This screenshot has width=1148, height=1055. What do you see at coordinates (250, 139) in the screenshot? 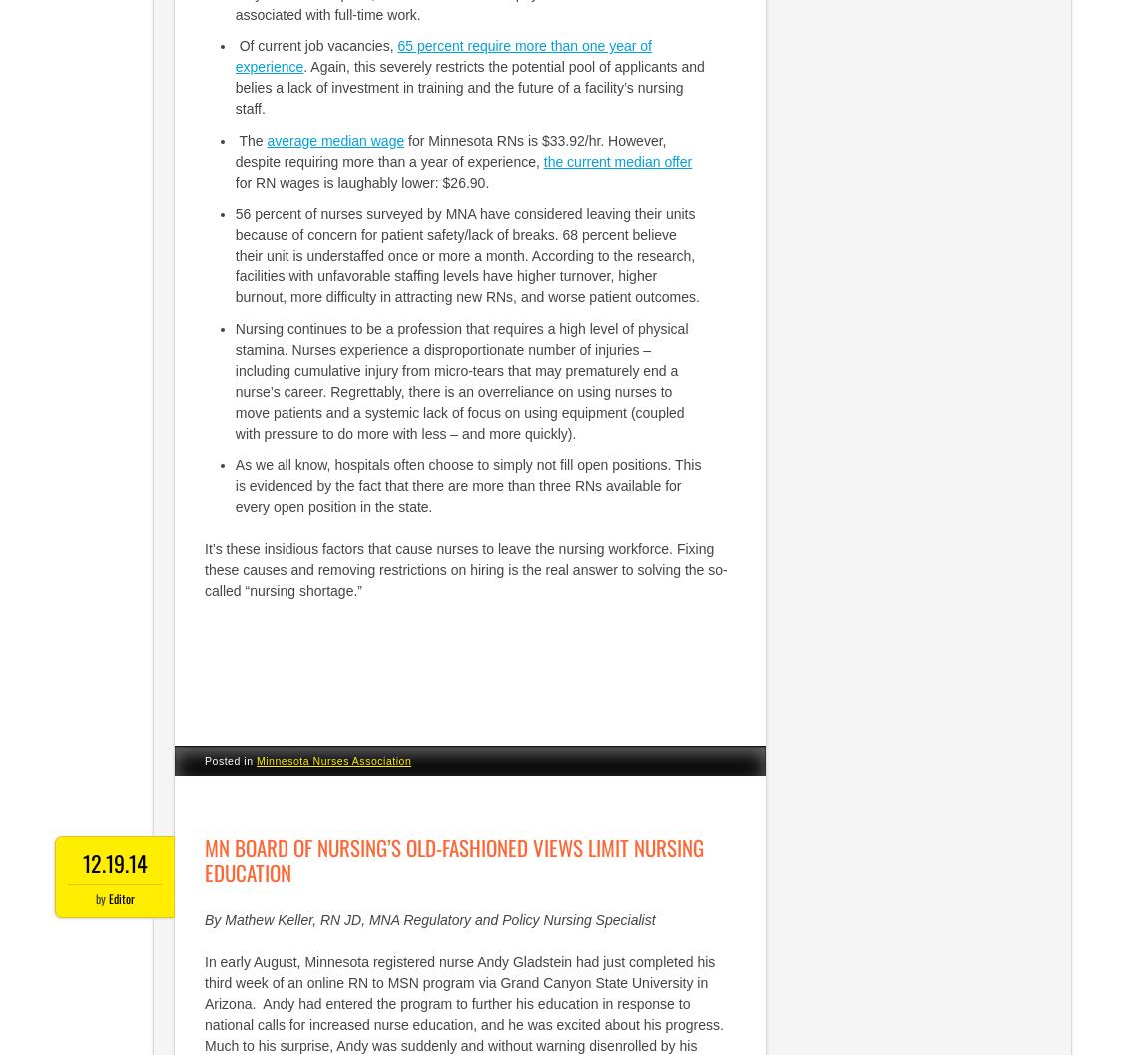
I see `'The'` at bounding box center [250, 139].